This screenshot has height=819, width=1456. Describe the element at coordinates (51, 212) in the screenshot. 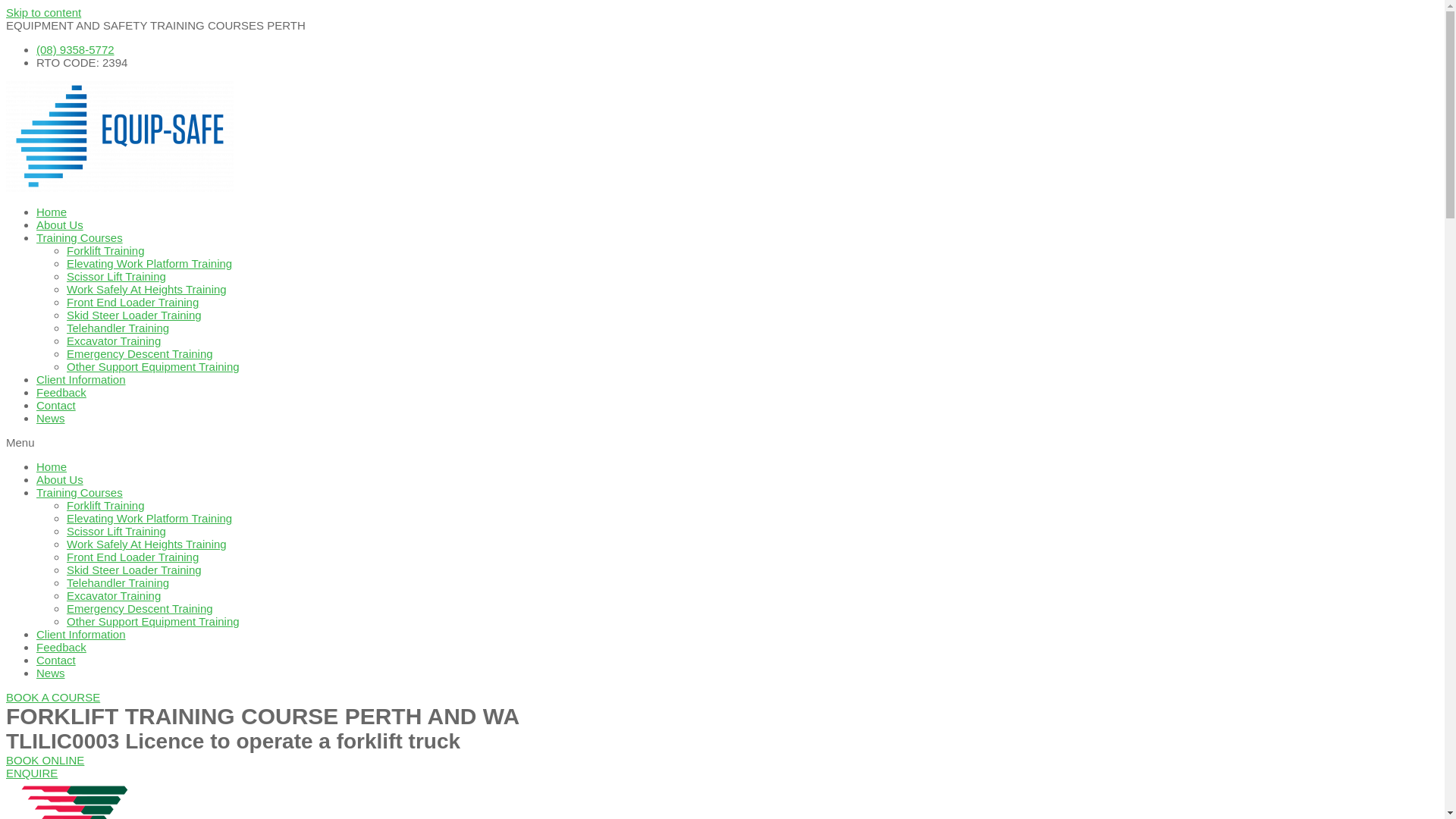

I see `'Home'` at that location.